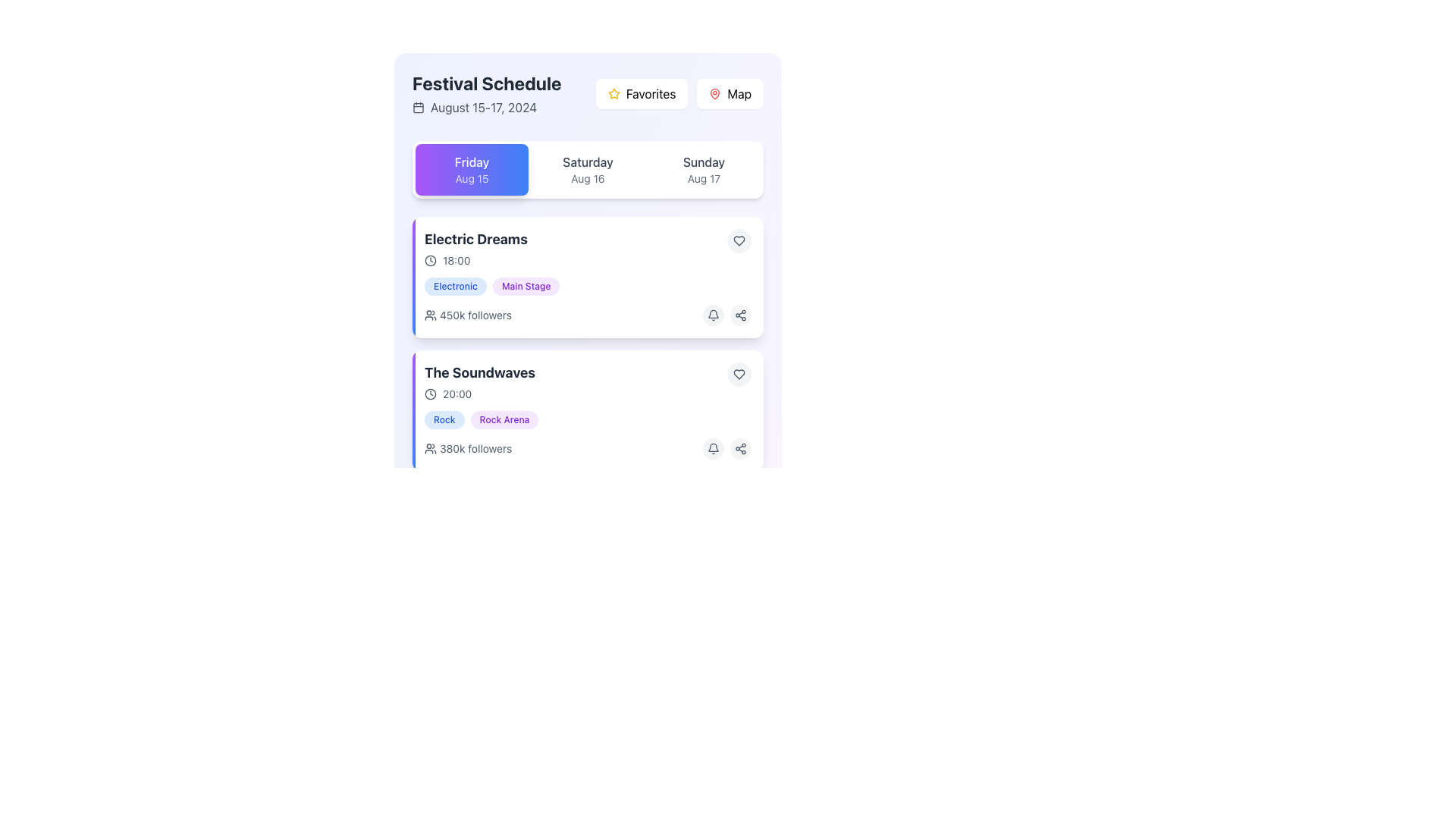 The image size is (1456, 819). Describe the element at coordinates (587, 247) in the screenshot. I see `the Information Display - Event Title and Time, which shows the scheduled event's title and starting time, located near the upper-left corner of the 'Festival Schedule' interface` at that location.